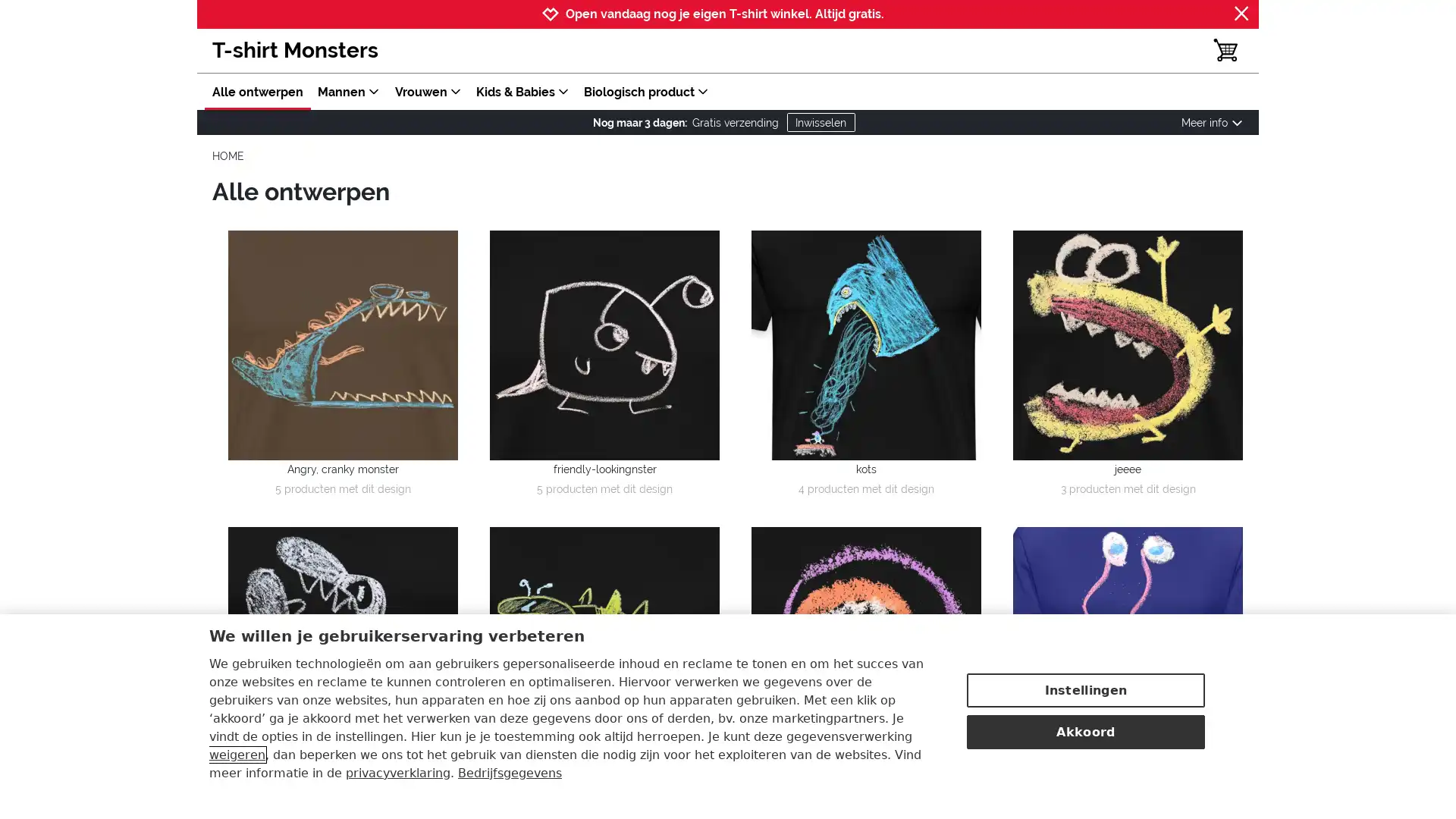  What do you see at coordinates (342, 344) in the screenshot?
I see `Angry, cranky monster - Mannen Premium T-shirt` at bounding box center [342, 344].